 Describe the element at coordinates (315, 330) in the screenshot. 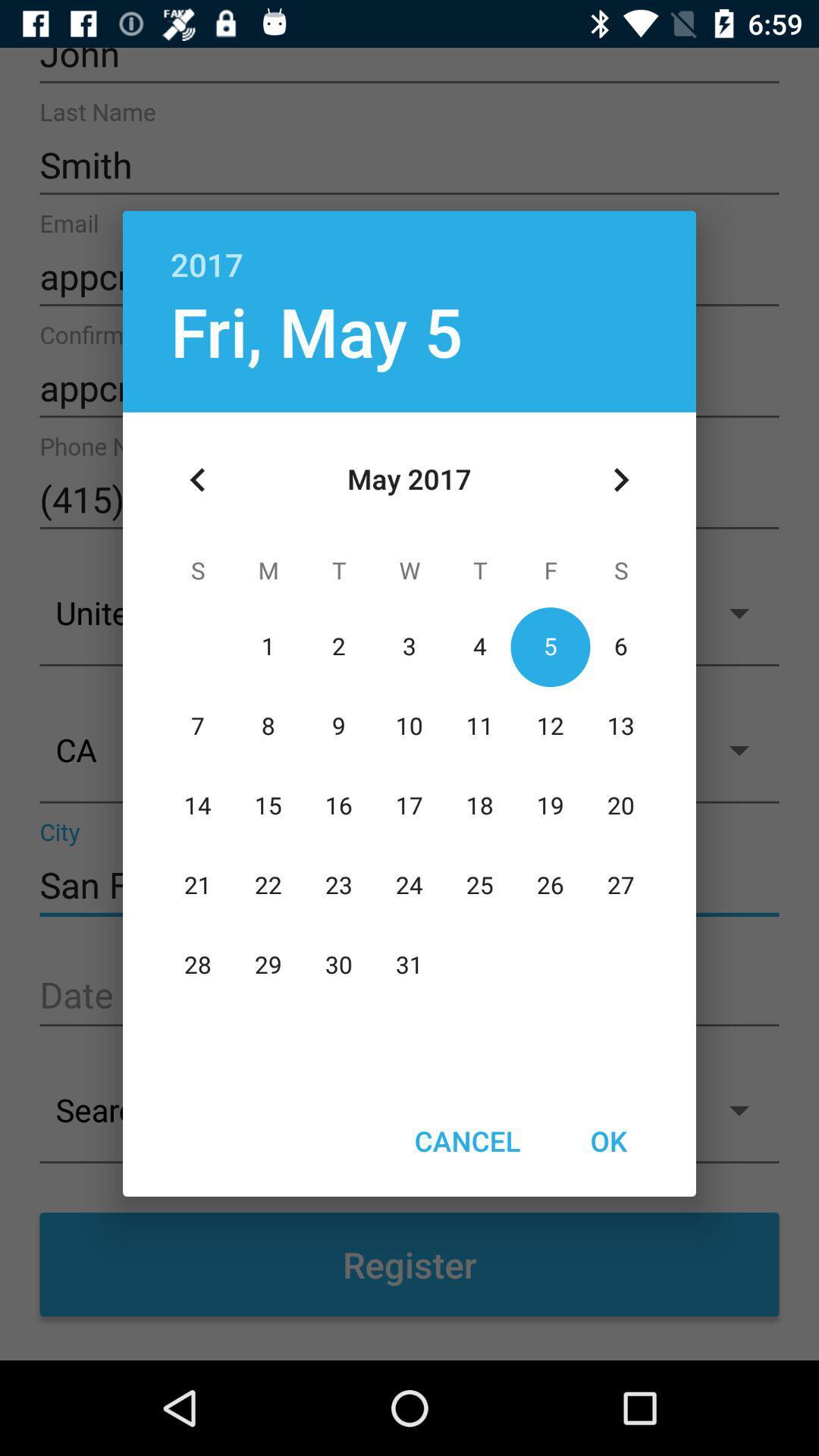

I see `fri, may 5 icon` at that location.